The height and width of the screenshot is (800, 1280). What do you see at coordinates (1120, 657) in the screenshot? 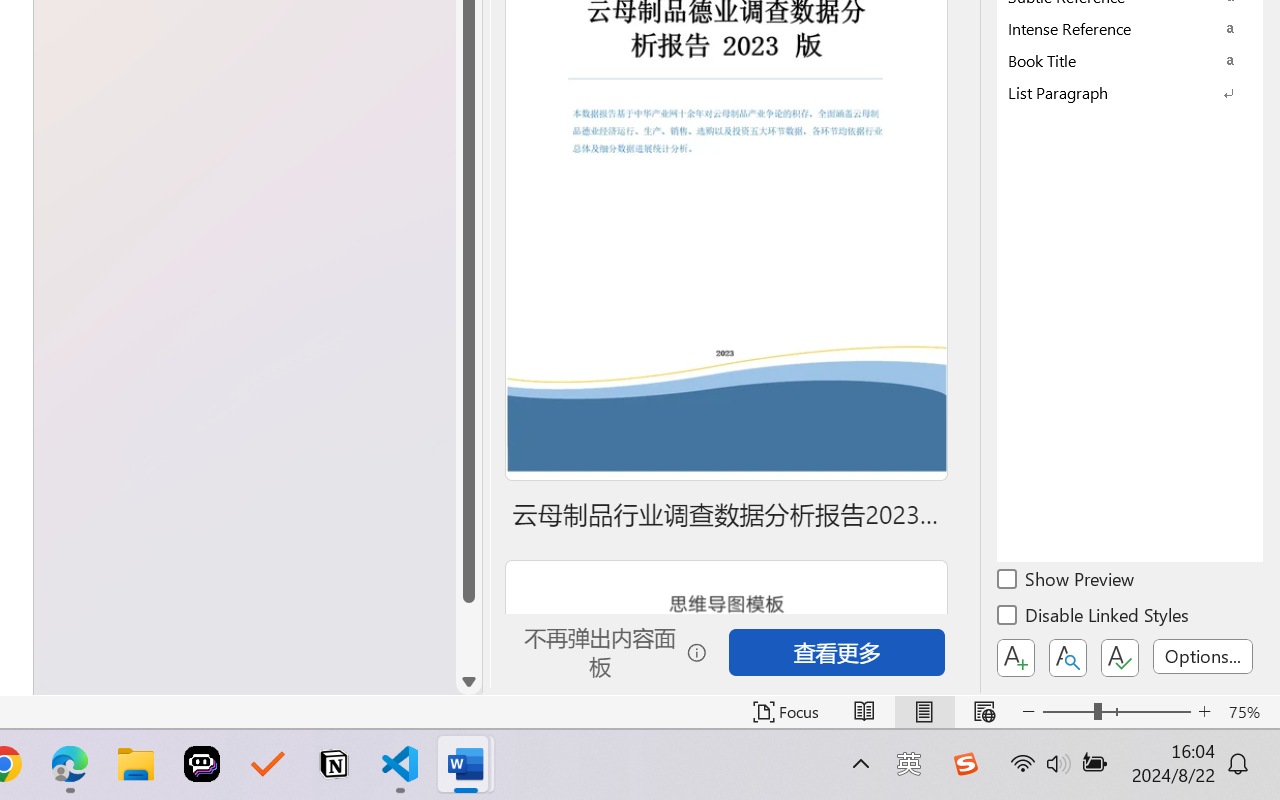
I see `'Class: NetUIButton'` at bounding box center [1120, 657].